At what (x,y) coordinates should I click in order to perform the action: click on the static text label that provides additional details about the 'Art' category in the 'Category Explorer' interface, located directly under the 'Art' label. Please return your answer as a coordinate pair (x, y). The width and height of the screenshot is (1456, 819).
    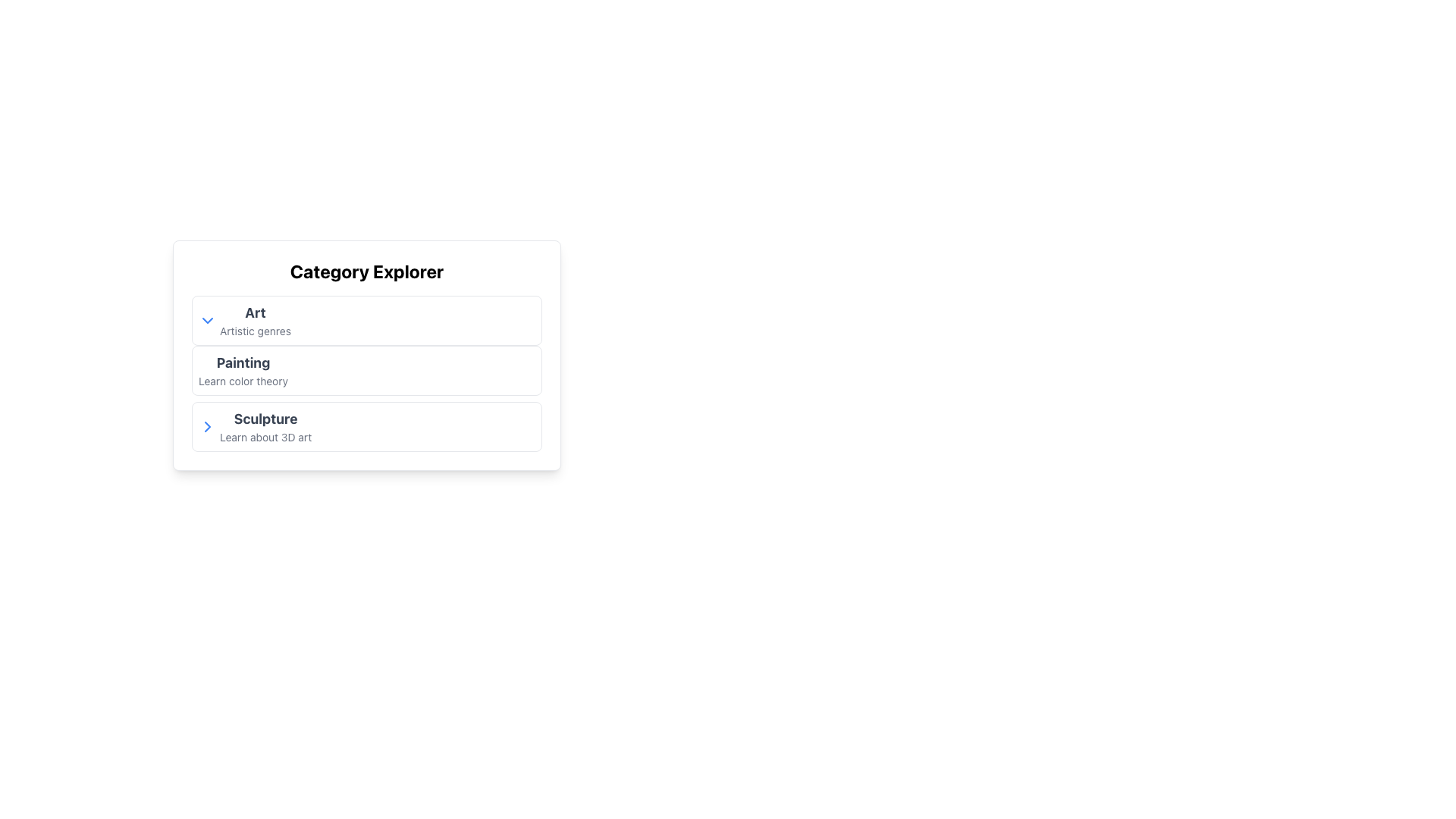
    Looking at the image, I should click on (255, 330).